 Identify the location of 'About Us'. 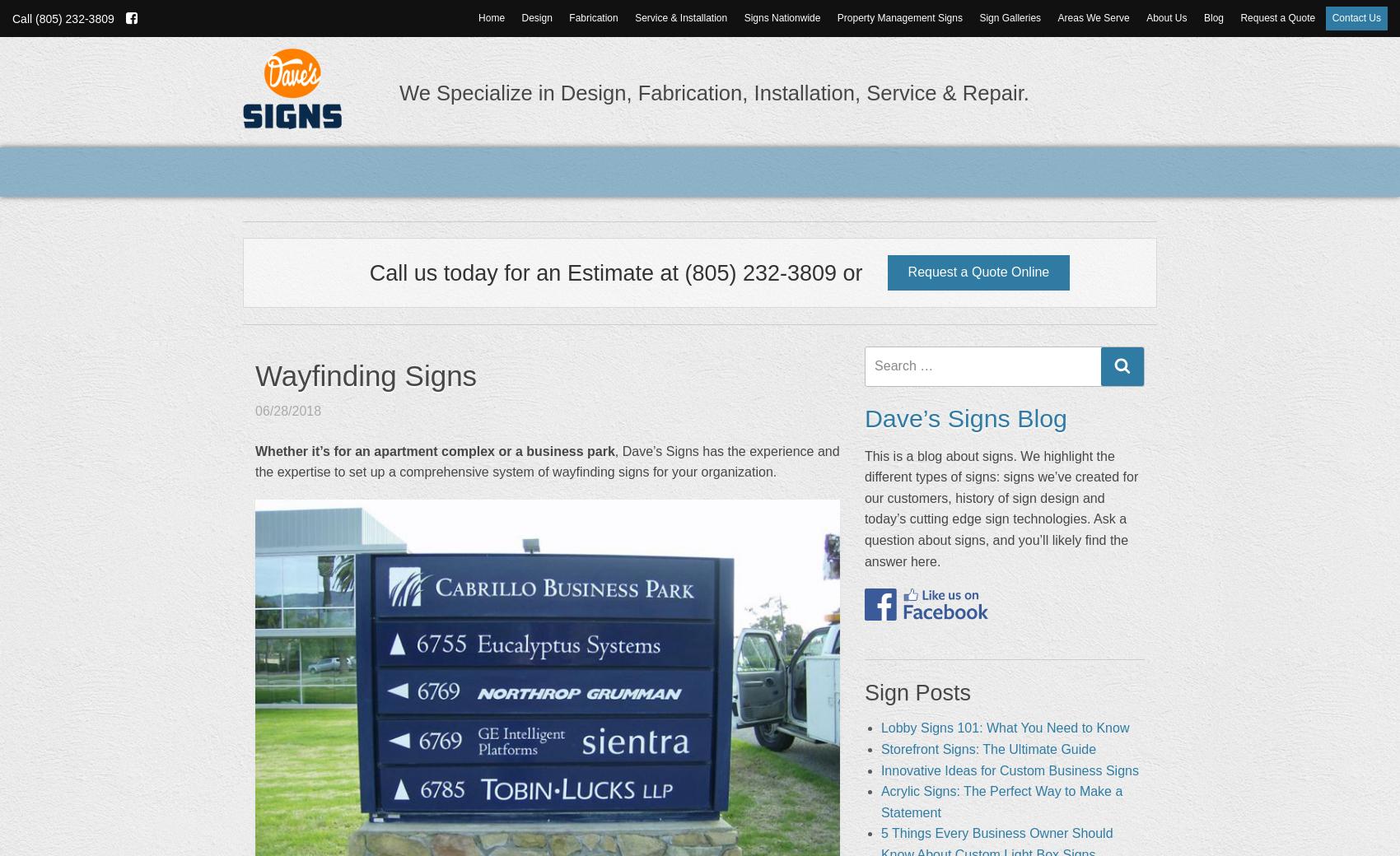
(1165, 17).